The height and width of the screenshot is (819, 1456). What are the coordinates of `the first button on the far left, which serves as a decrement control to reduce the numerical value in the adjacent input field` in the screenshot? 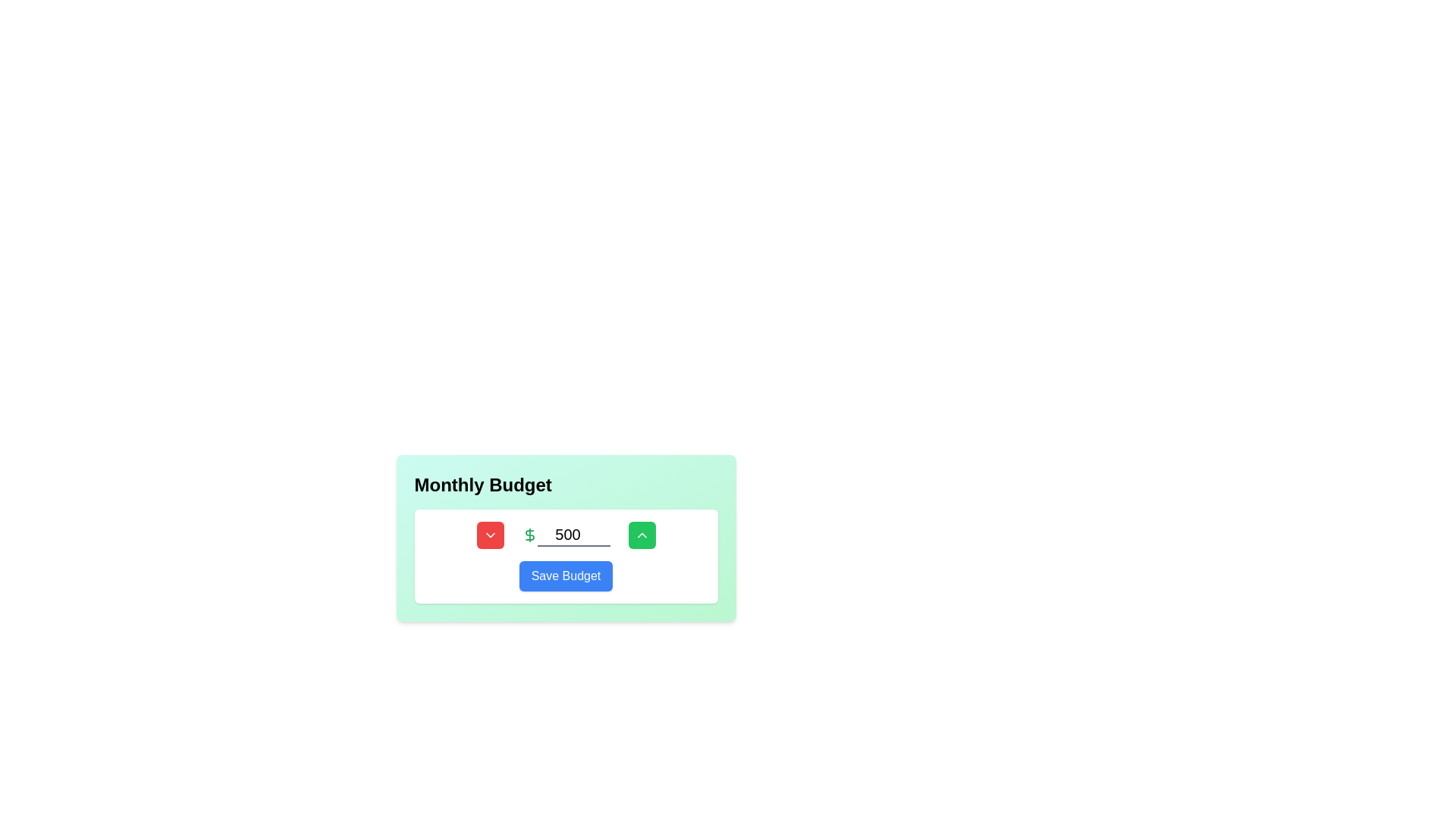 It's located at (490, 534).